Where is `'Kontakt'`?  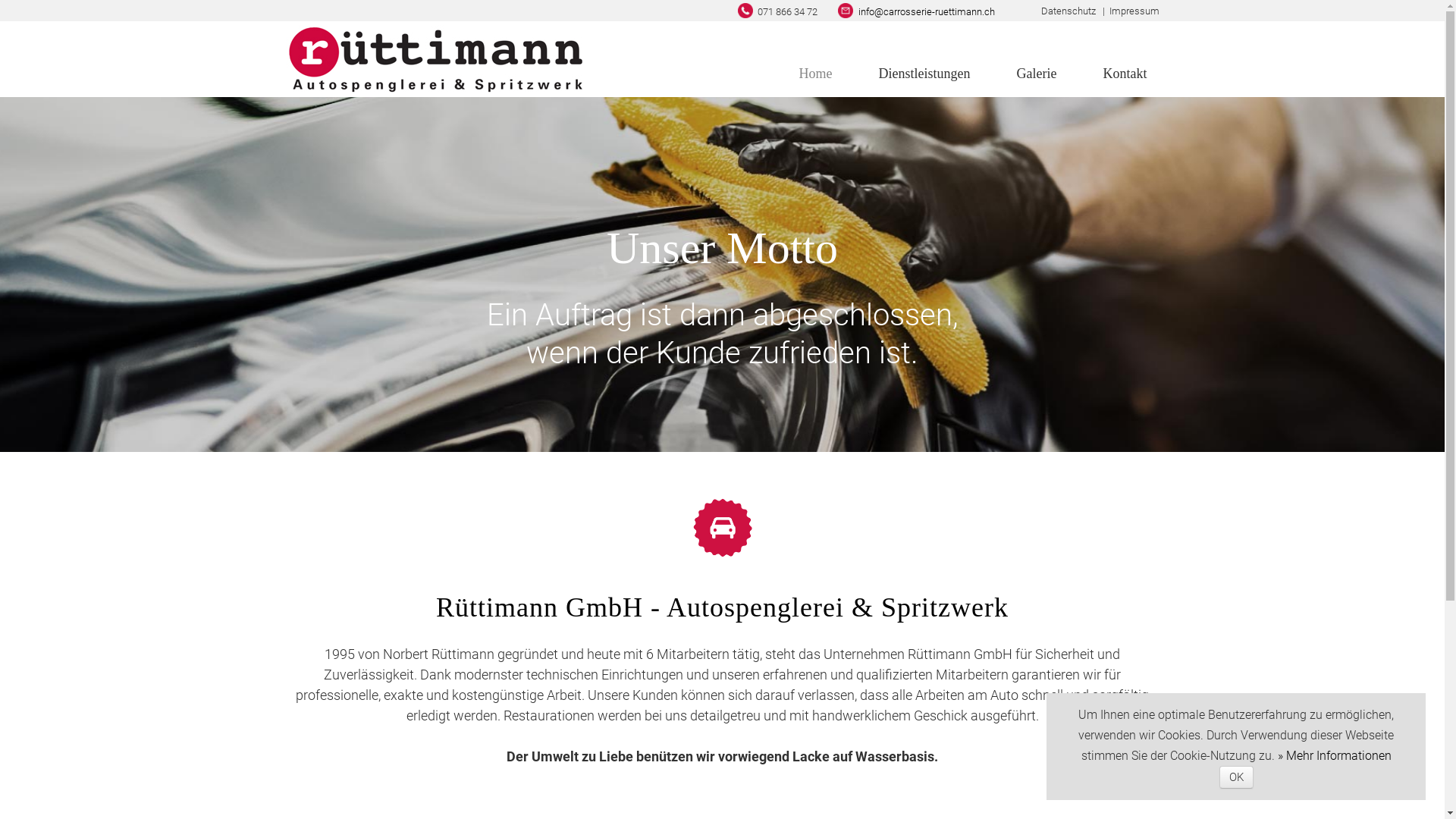
'Kontakt' is located at coordinates (1125, 73).